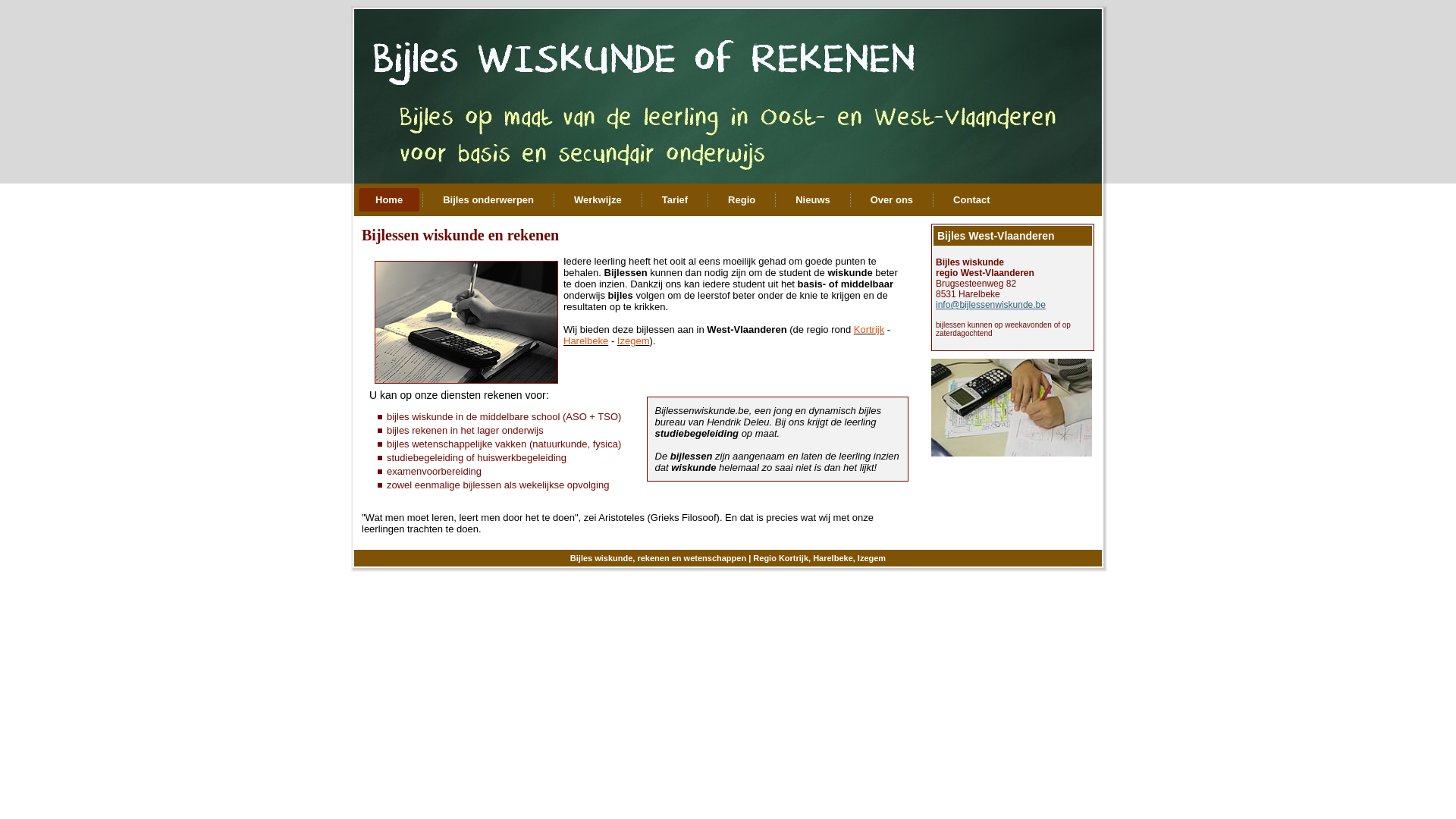 The width and height of the screenshot is (1456, 819). Describe the element at coordinates (673, 199) in the screenshot. I see `'Tarief'` at that location.